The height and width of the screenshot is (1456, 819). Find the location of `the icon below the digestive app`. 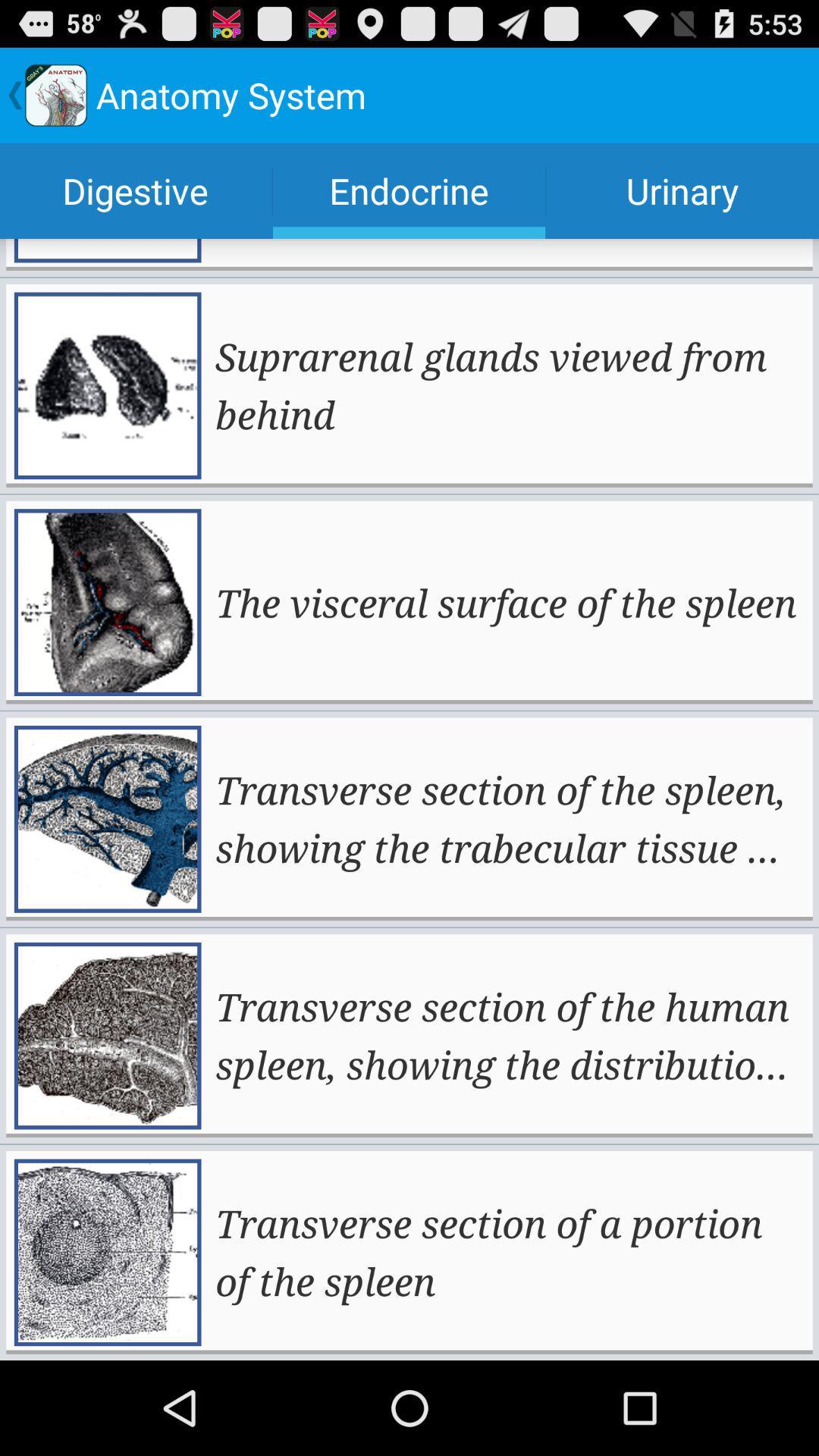

the icon below the digestive app is located at coordinates (508, 385).